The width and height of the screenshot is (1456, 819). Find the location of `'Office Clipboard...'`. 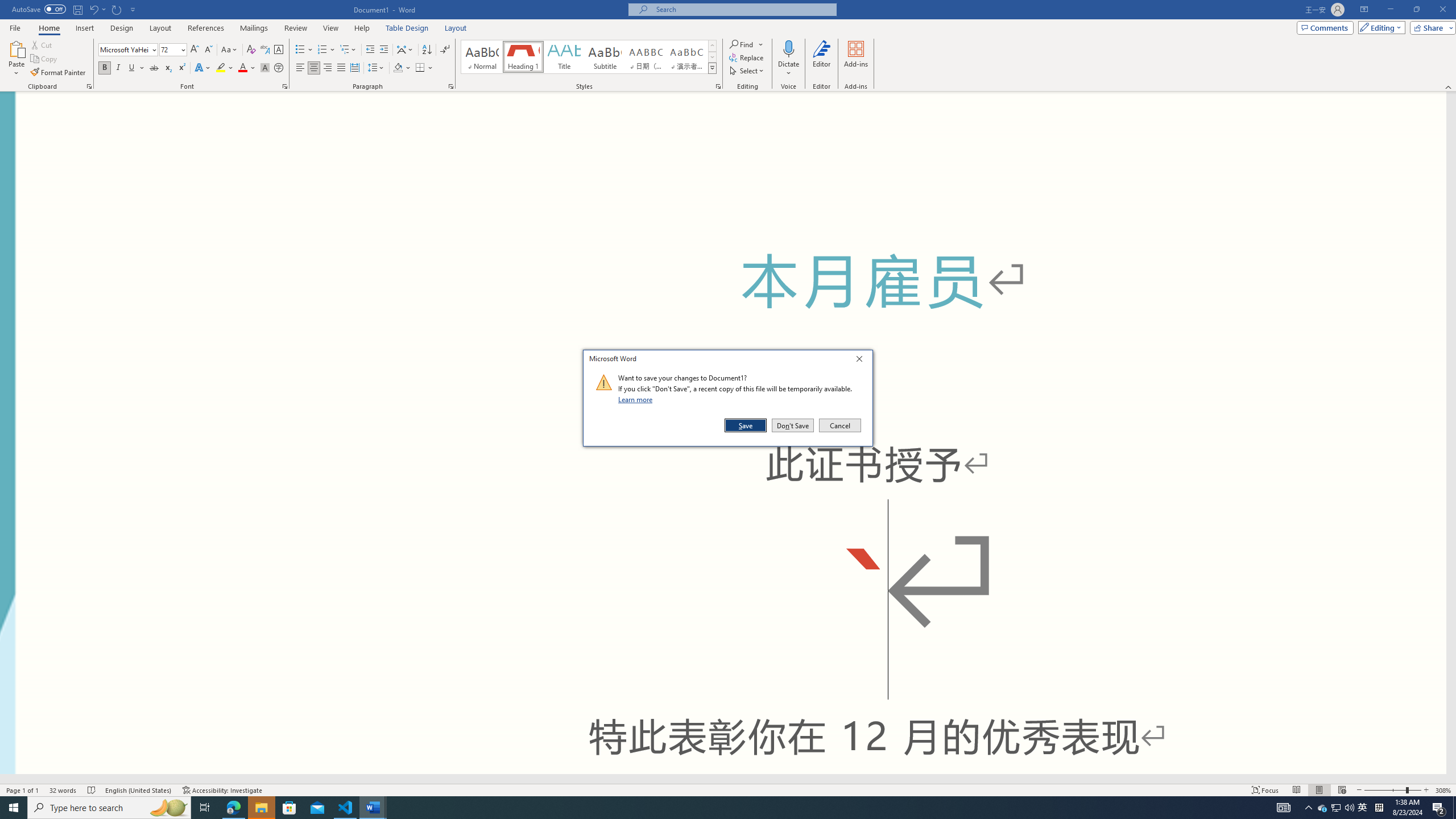

'Office Clipboard...' is located at coordinates (88, 85).